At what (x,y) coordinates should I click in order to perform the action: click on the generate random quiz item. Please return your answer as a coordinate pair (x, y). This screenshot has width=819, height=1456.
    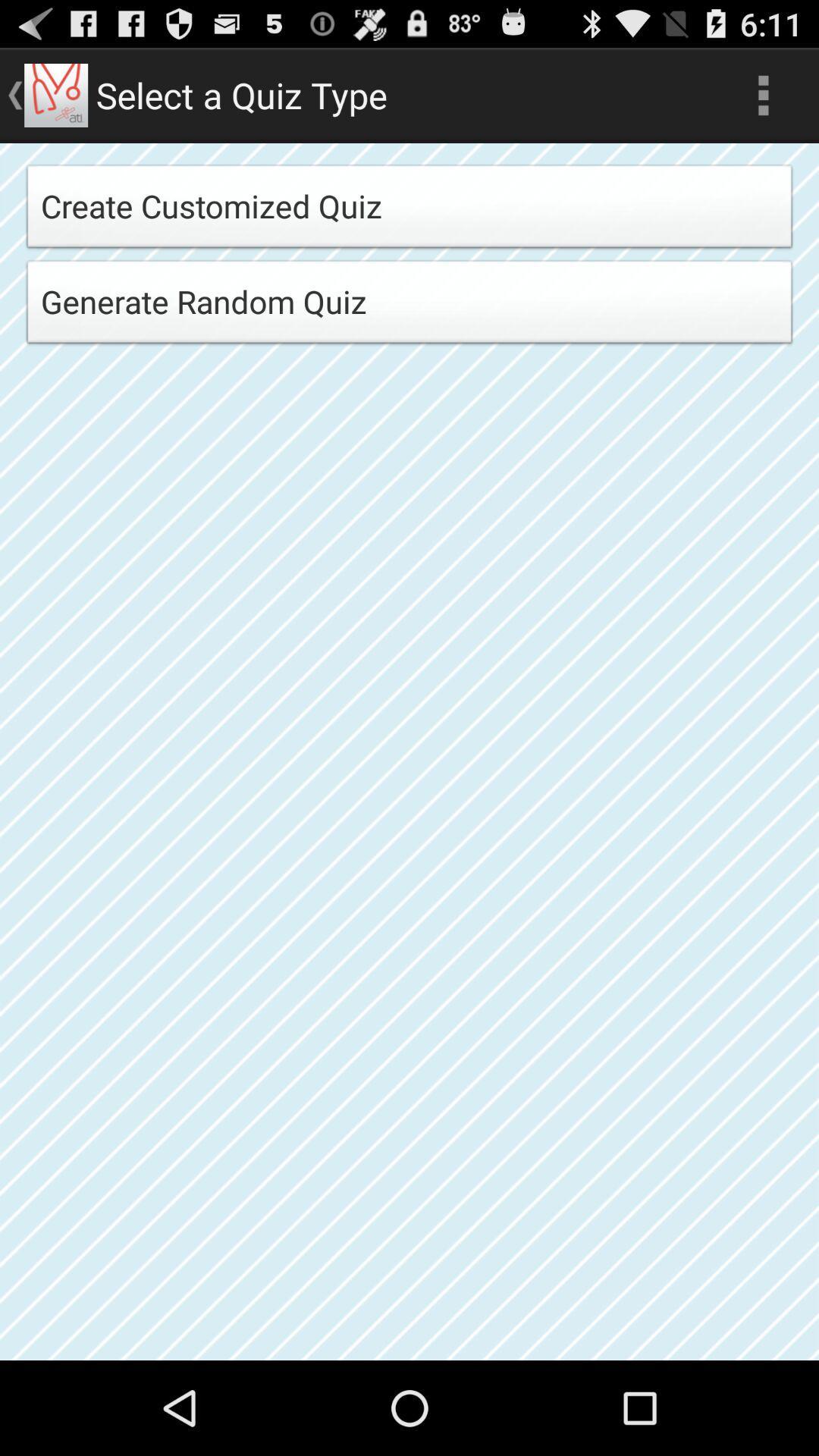
    Looking at the image, I should click on (409, 306).